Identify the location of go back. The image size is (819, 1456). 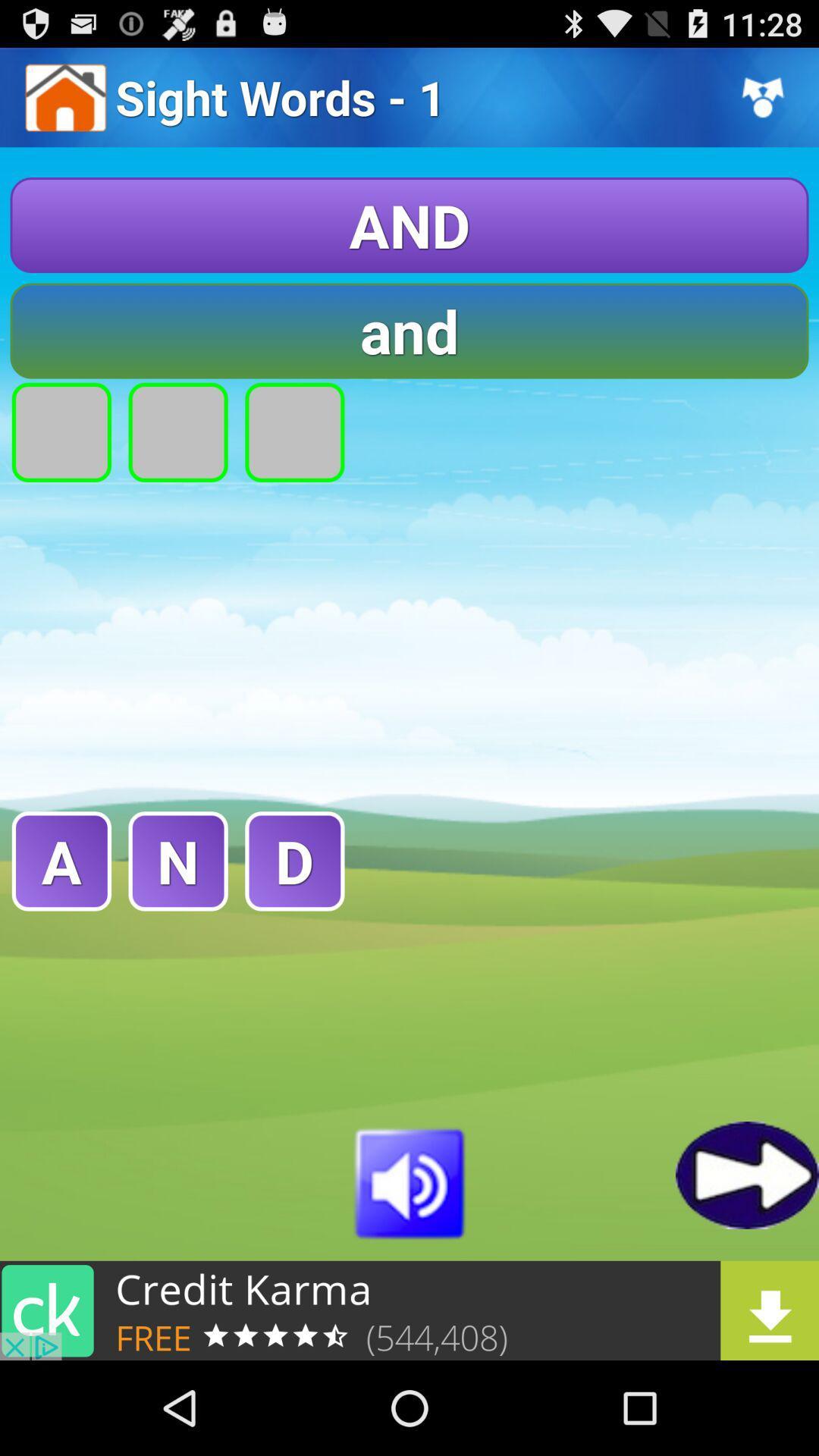
(746, 1174).